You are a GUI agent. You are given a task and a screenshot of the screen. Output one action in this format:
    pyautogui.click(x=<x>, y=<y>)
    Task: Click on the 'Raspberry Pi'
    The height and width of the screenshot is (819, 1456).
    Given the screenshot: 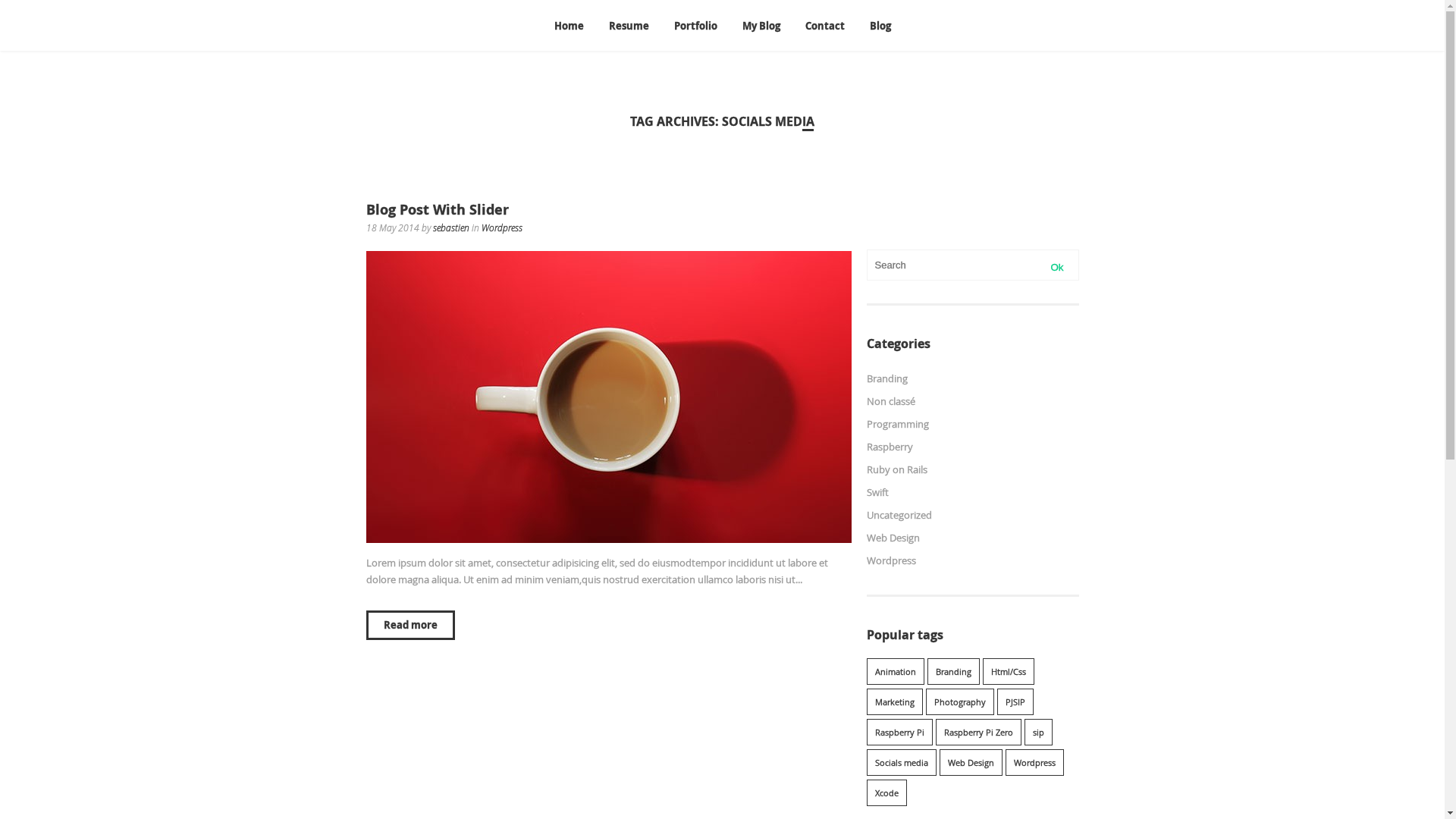 What is the action you would take?
    pyautogui.click(x=899, y=731)
    